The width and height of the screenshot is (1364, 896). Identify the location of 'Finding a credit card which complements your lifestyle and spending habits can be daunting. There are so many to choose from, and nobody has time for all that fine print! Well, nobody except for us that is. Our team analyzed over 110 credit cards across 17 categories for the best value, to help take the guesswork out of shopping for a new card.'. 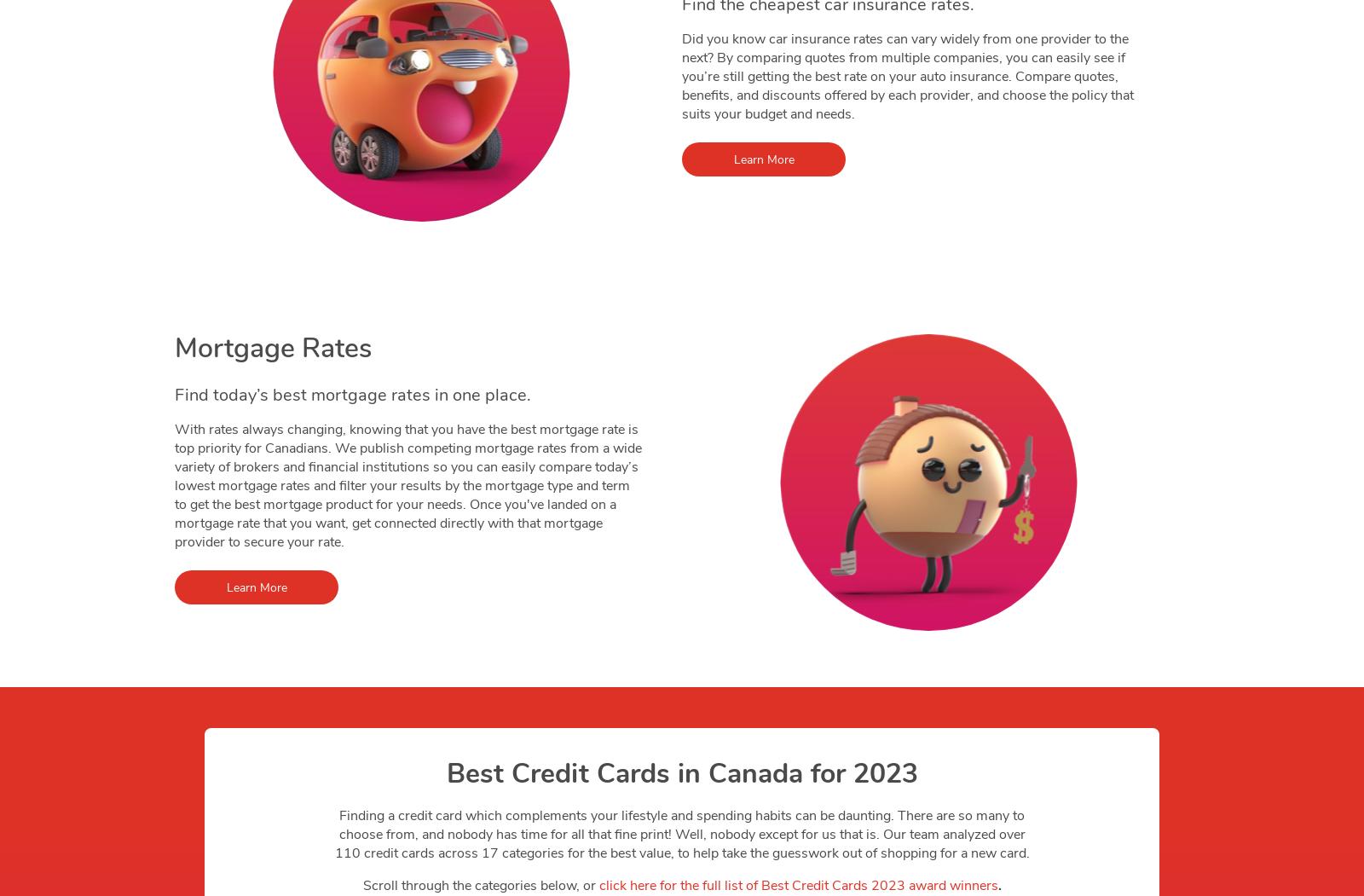
(681, 835).